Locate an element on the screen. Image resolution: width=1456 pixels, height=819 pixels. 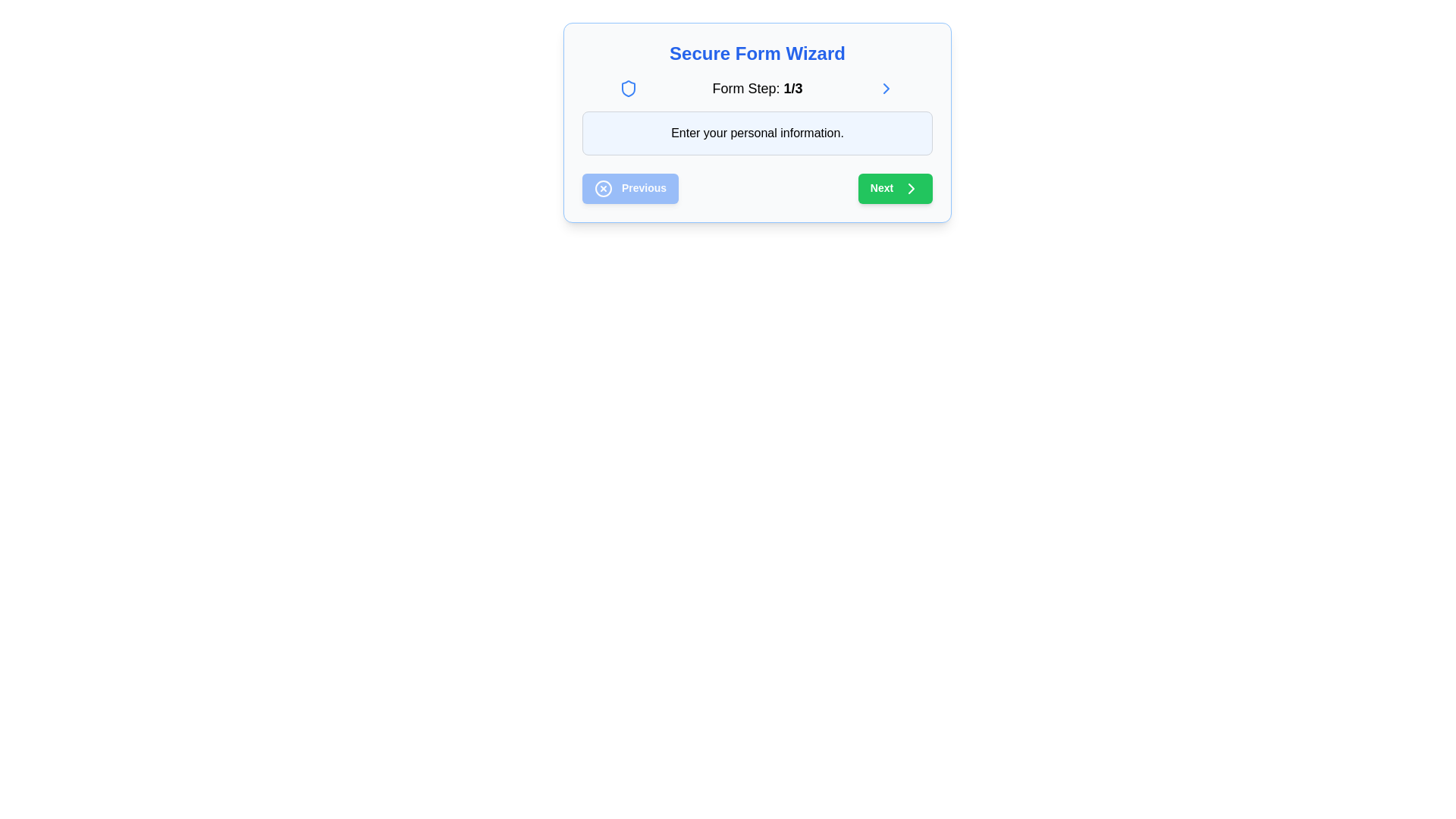
the shield icon with a blue border and white fill, located to the left of the 'Form Step: 1/3' text is located at coordinates (629, 88).